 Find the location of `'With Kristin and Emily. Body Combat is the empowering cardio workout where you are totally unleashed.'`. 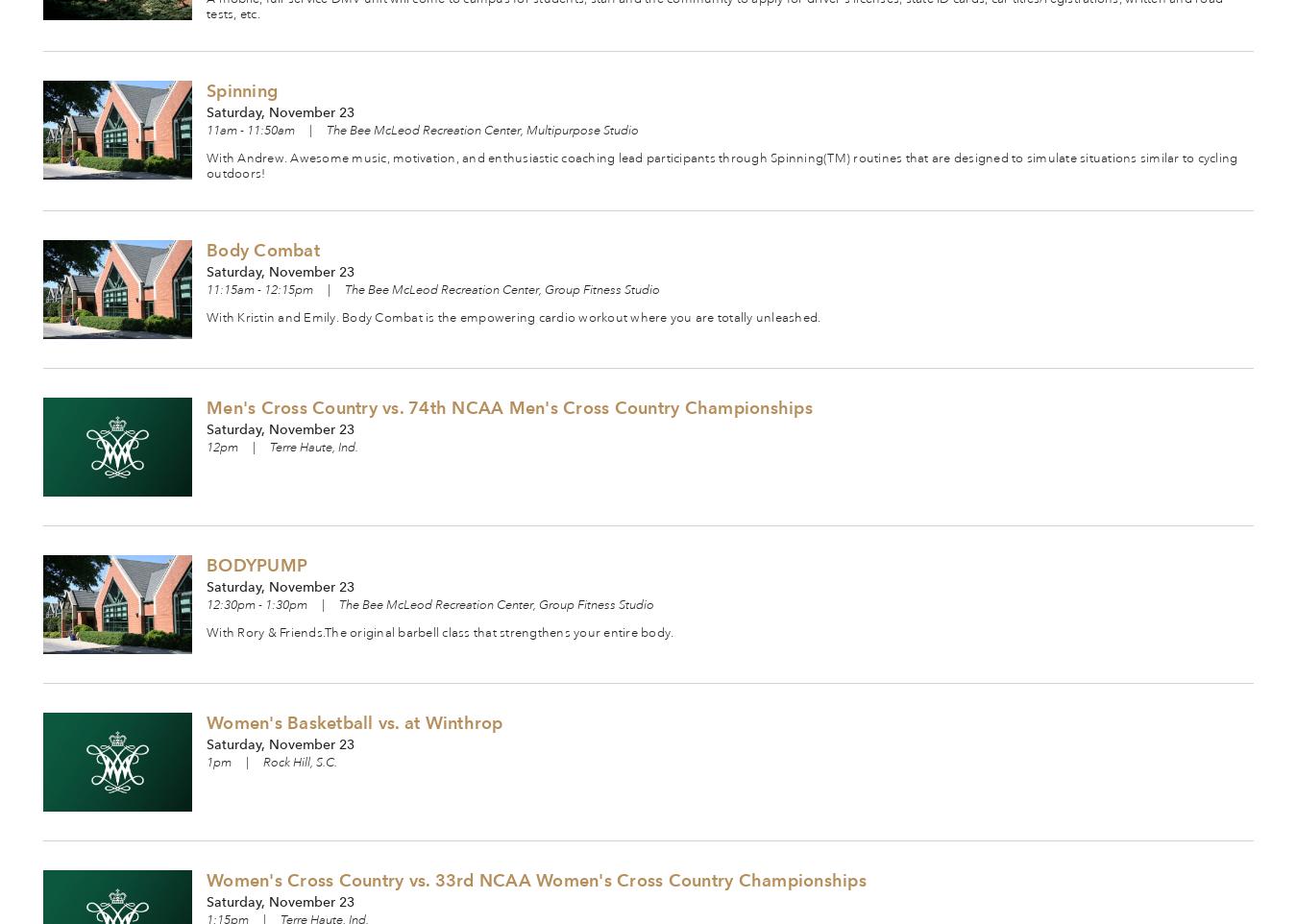

'With Kristin and Emily. Body Combat is the empowering cardio workout where you are totally unleashed.' is located at coordinates (512, 317).